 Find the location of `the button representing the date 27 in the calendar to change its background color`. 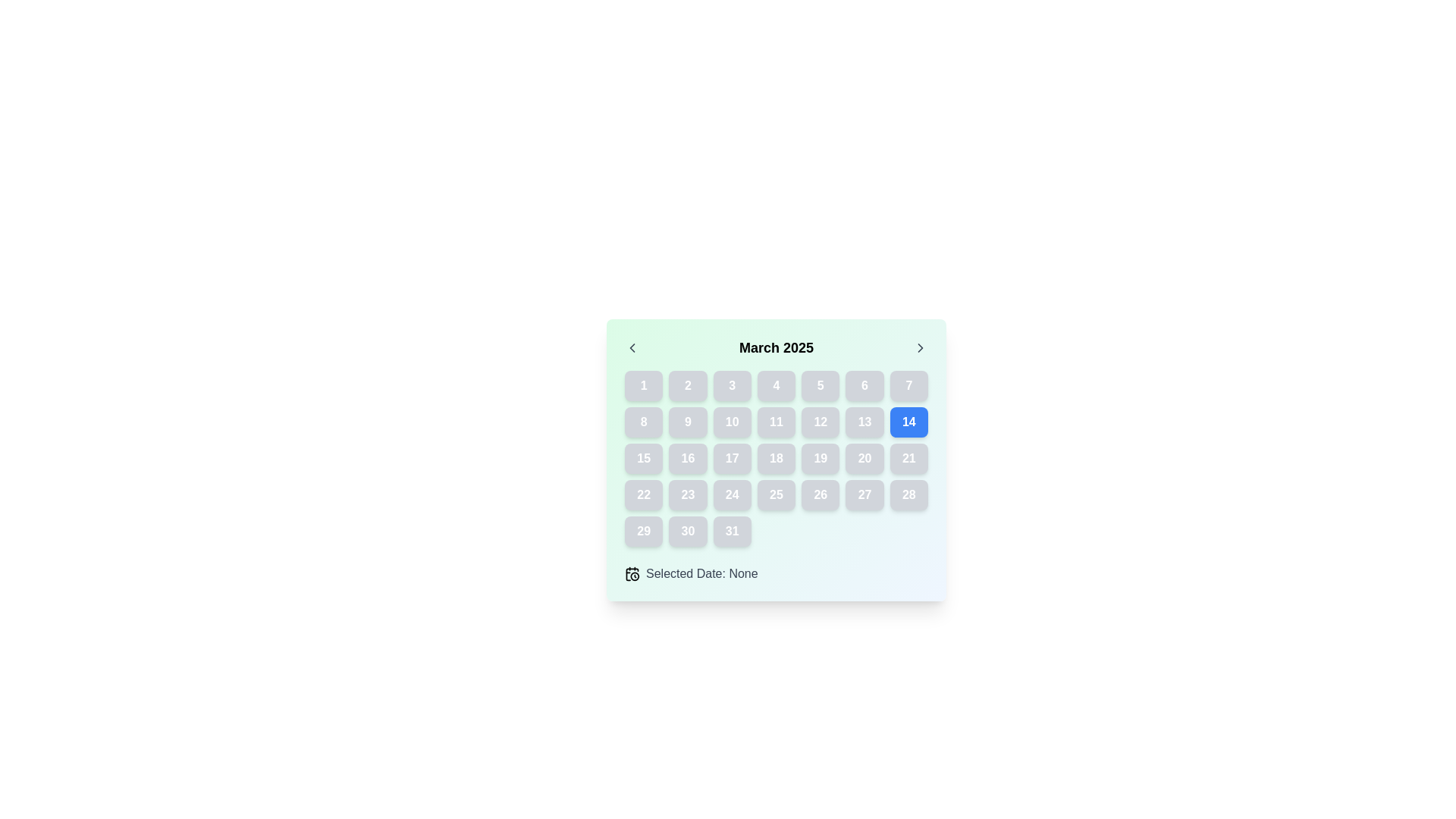

the button representing the date 27 in the calendar to change its background color is located at coordinates (864, 494).